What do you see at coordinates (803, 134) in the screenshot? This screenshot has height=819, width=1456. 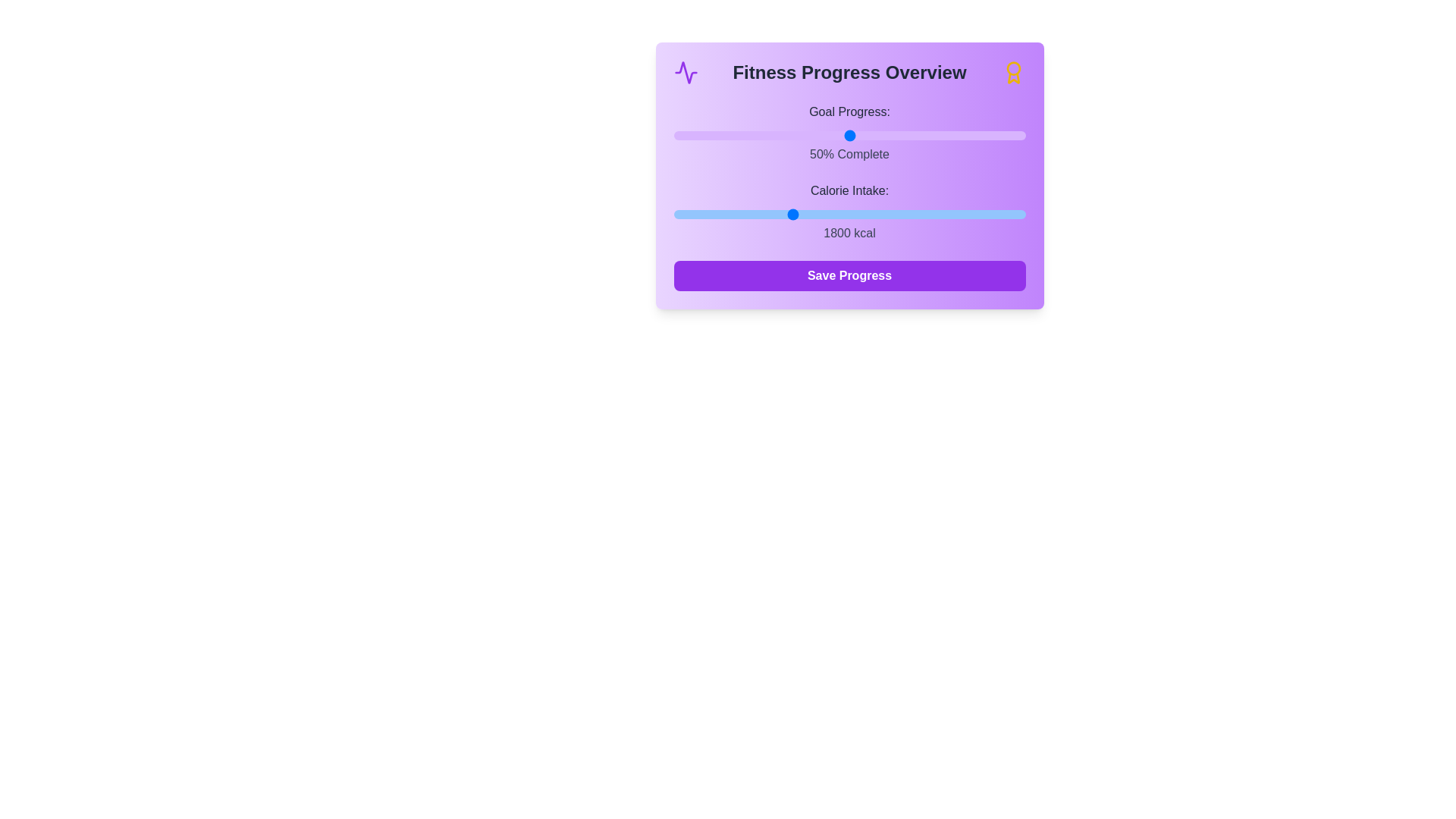 I see `progress` at bounding box center [803, 134].